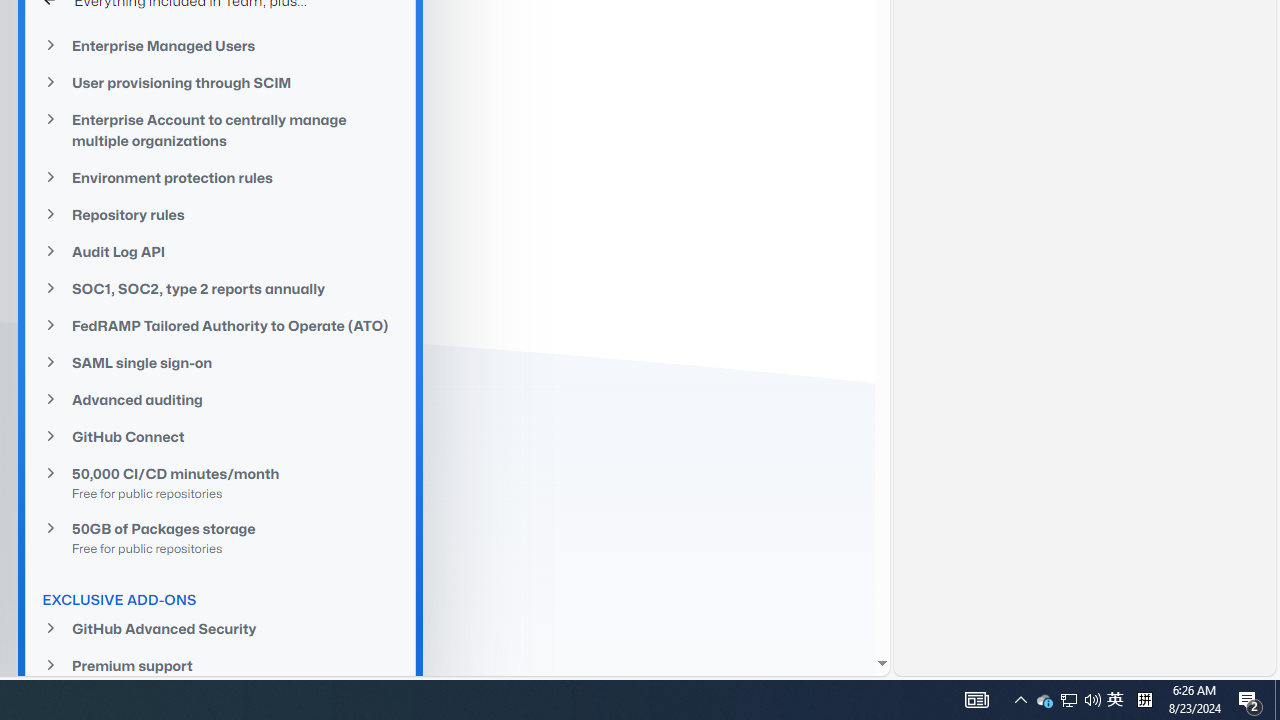 This screenshot has width=1280, height=720. Describe the element at coordinates (220, 435) in the screenshot. I see `'GitHub Connect'` at that location.